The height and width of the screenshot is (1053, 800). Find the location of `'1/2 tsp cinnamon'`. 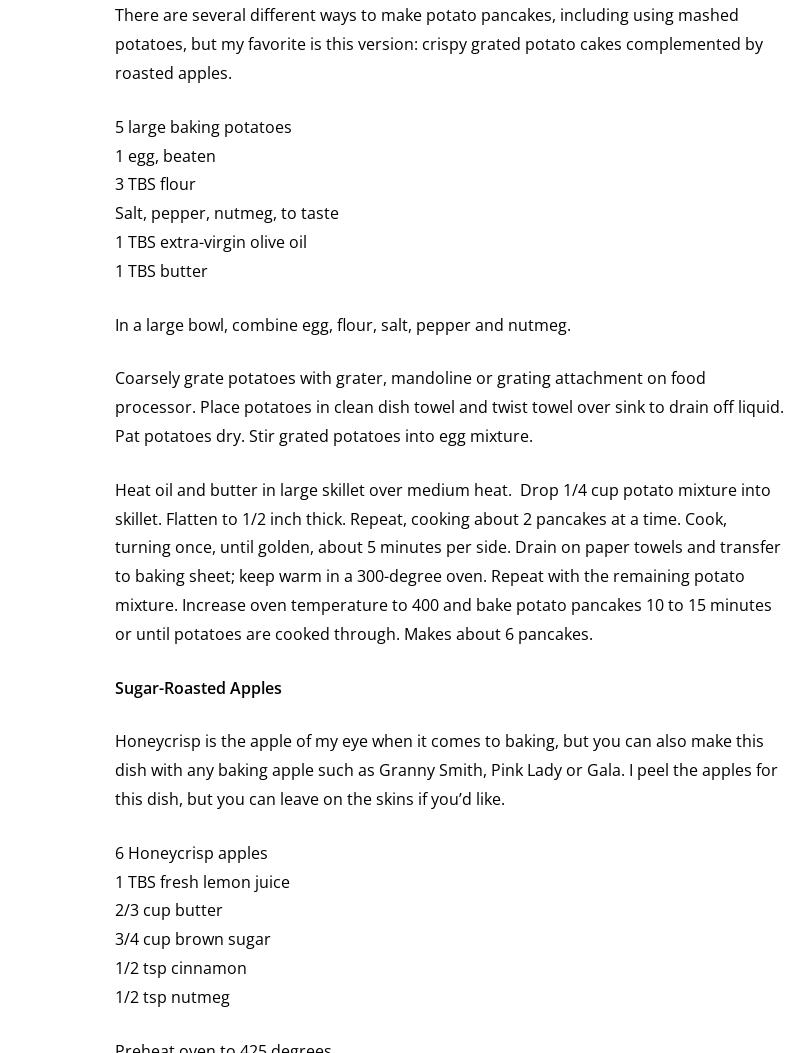

'1/2 tsp cinnamon' is located at coordinates (180, 966).